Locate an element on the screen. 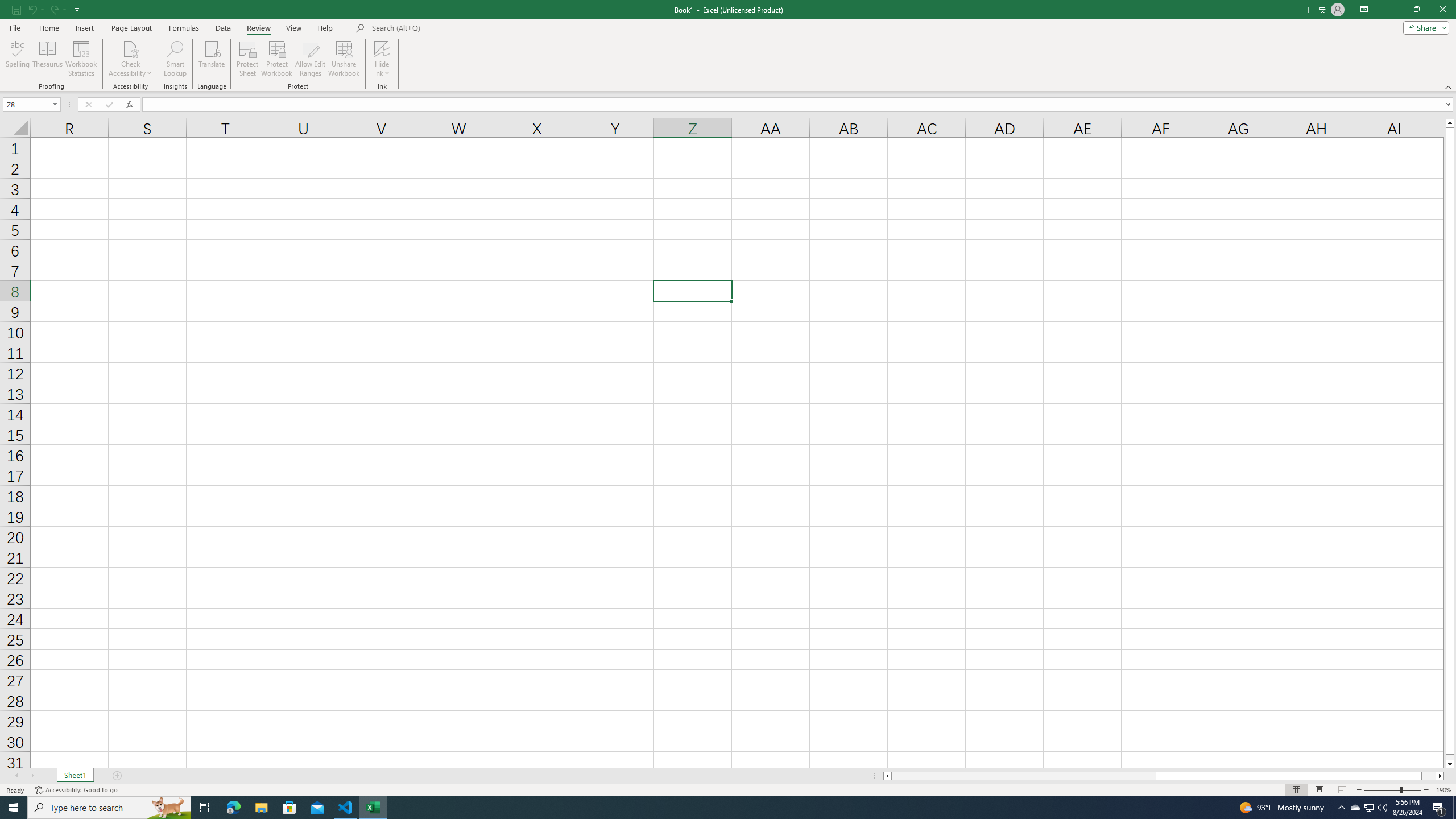 The width and height of the screenshot is (1456, 819). 'Protect Workbook...' is located at coordinates (276, 59).